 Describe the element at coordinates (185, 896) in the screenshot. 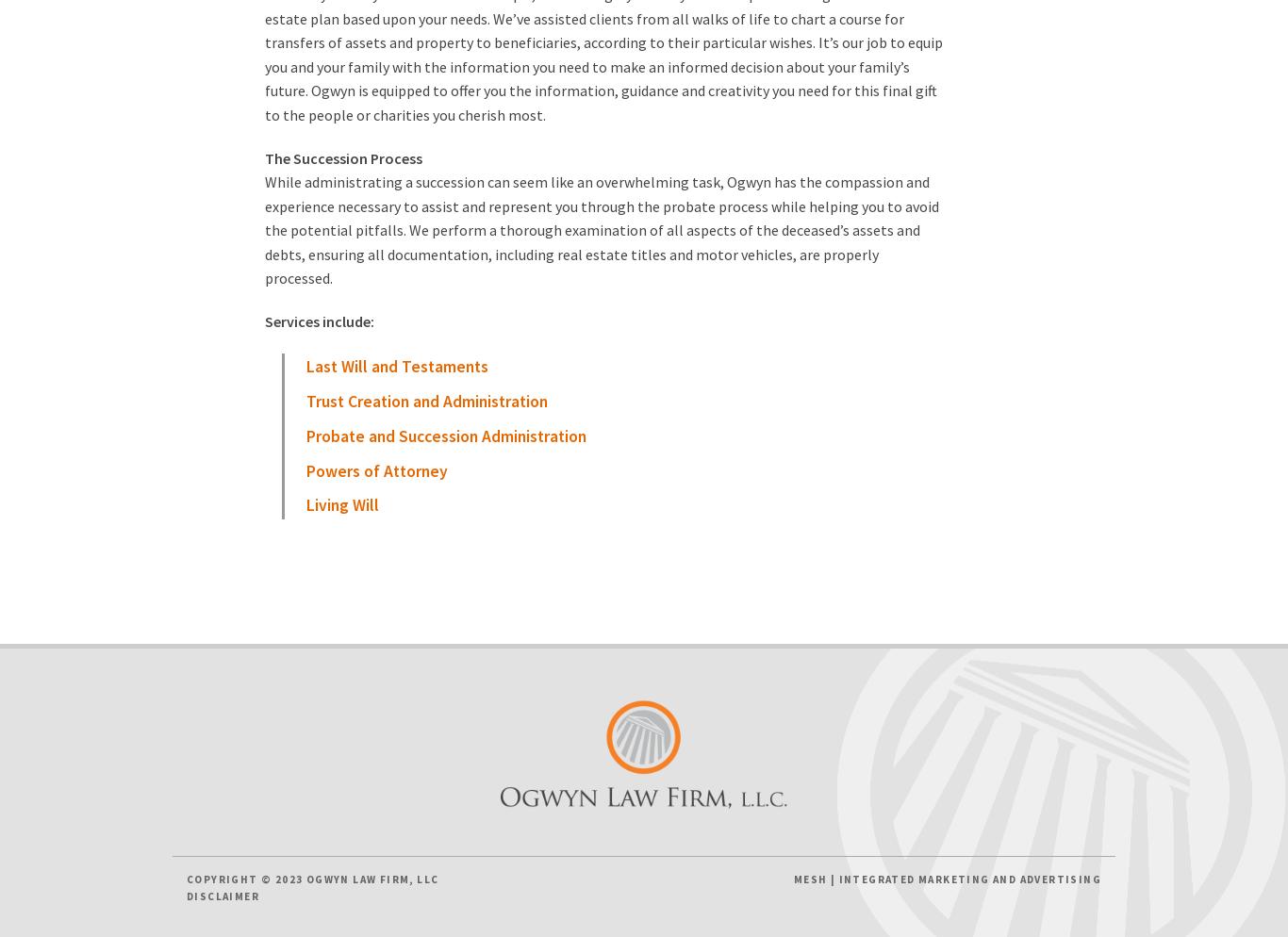

I see `'Disclaimer'` at that location.